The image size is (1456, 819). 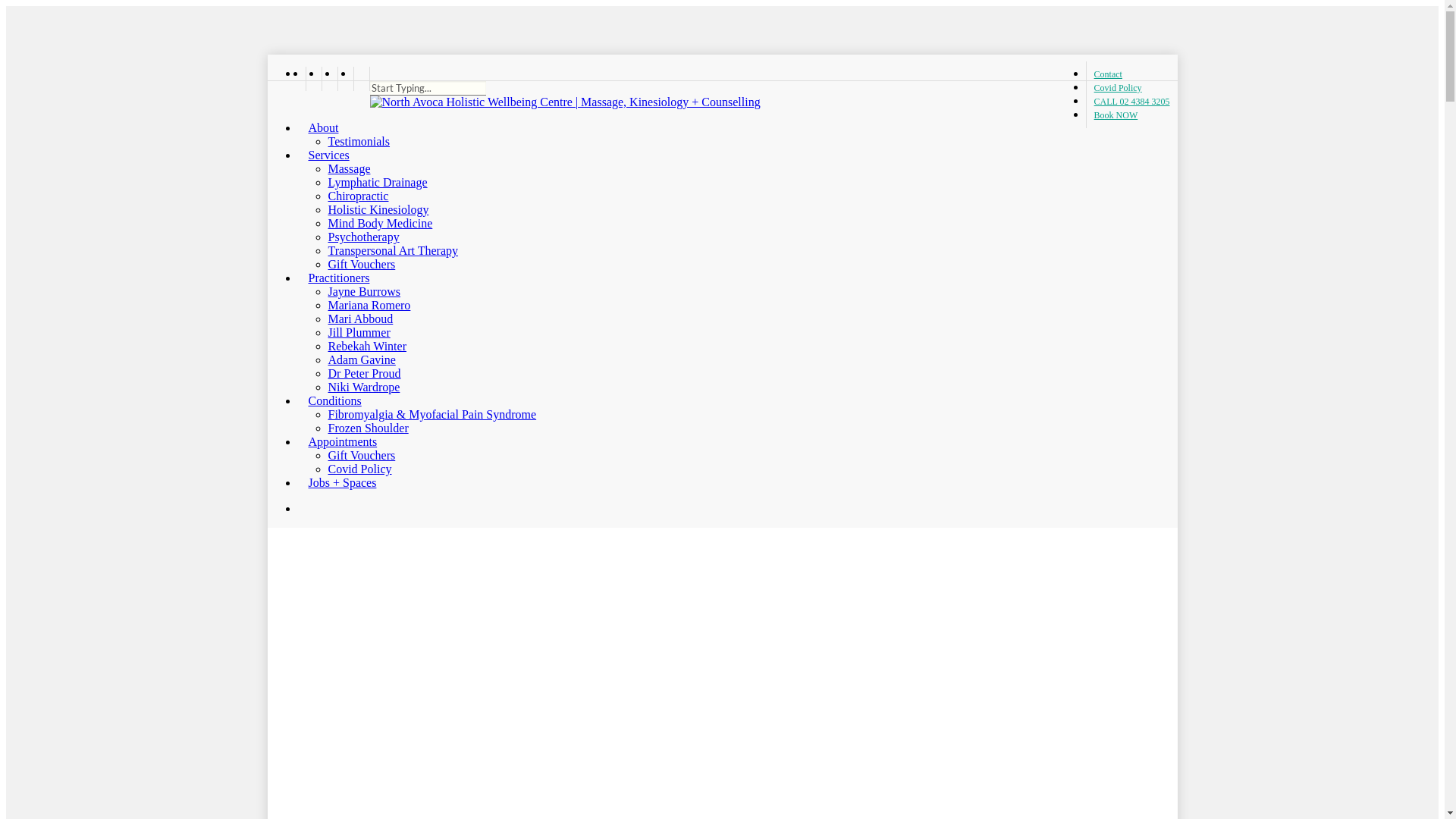 What do you see at coordinates (356, 195) in the screenshot?
I see `'Chiropractic'` at bounding box center [356, 195].